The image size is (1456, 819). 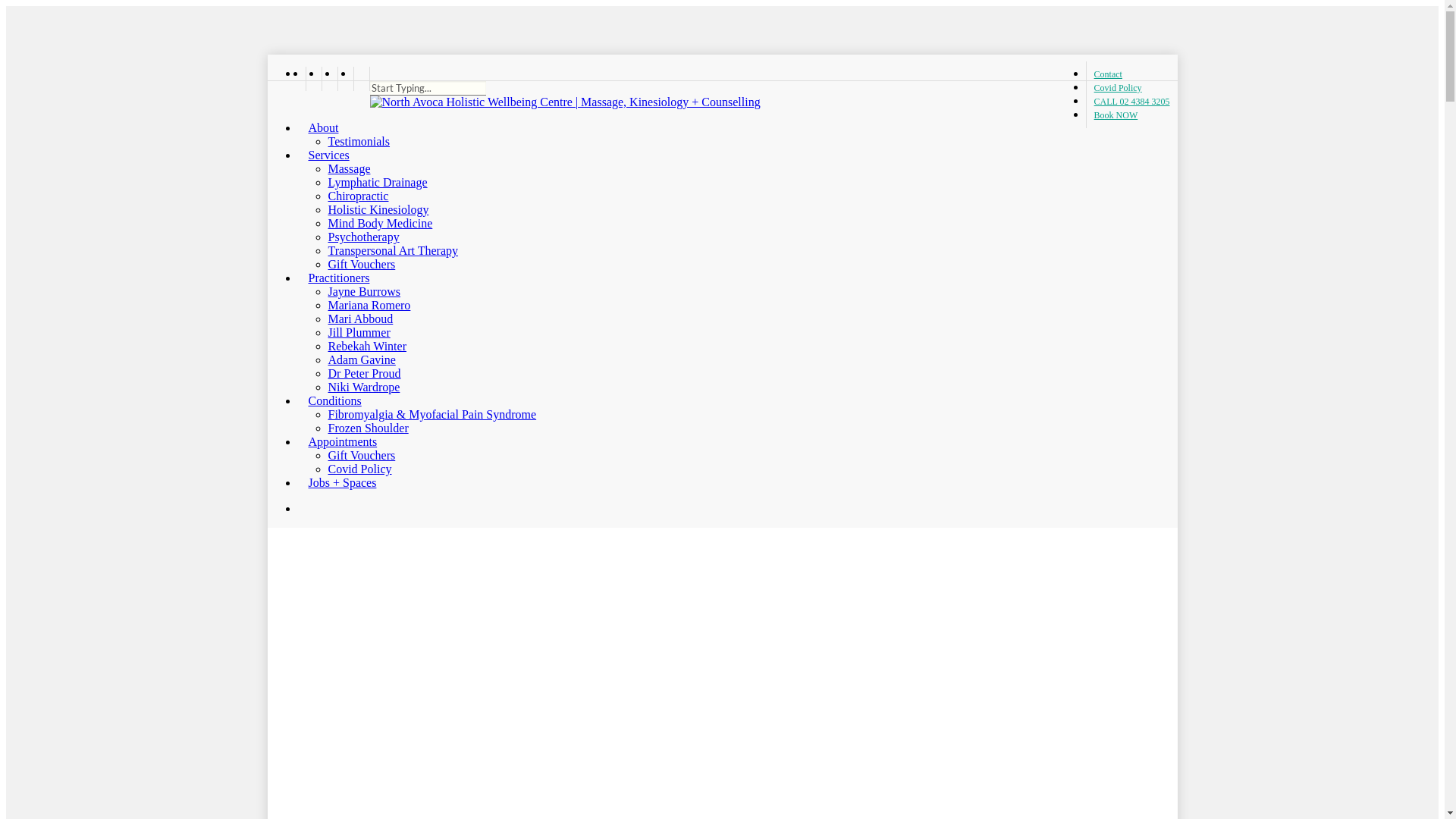 What do you see at coordinates (356, 195) in the screenshot?
I see `'Chiropractic'` at bounding box center [356, 195].